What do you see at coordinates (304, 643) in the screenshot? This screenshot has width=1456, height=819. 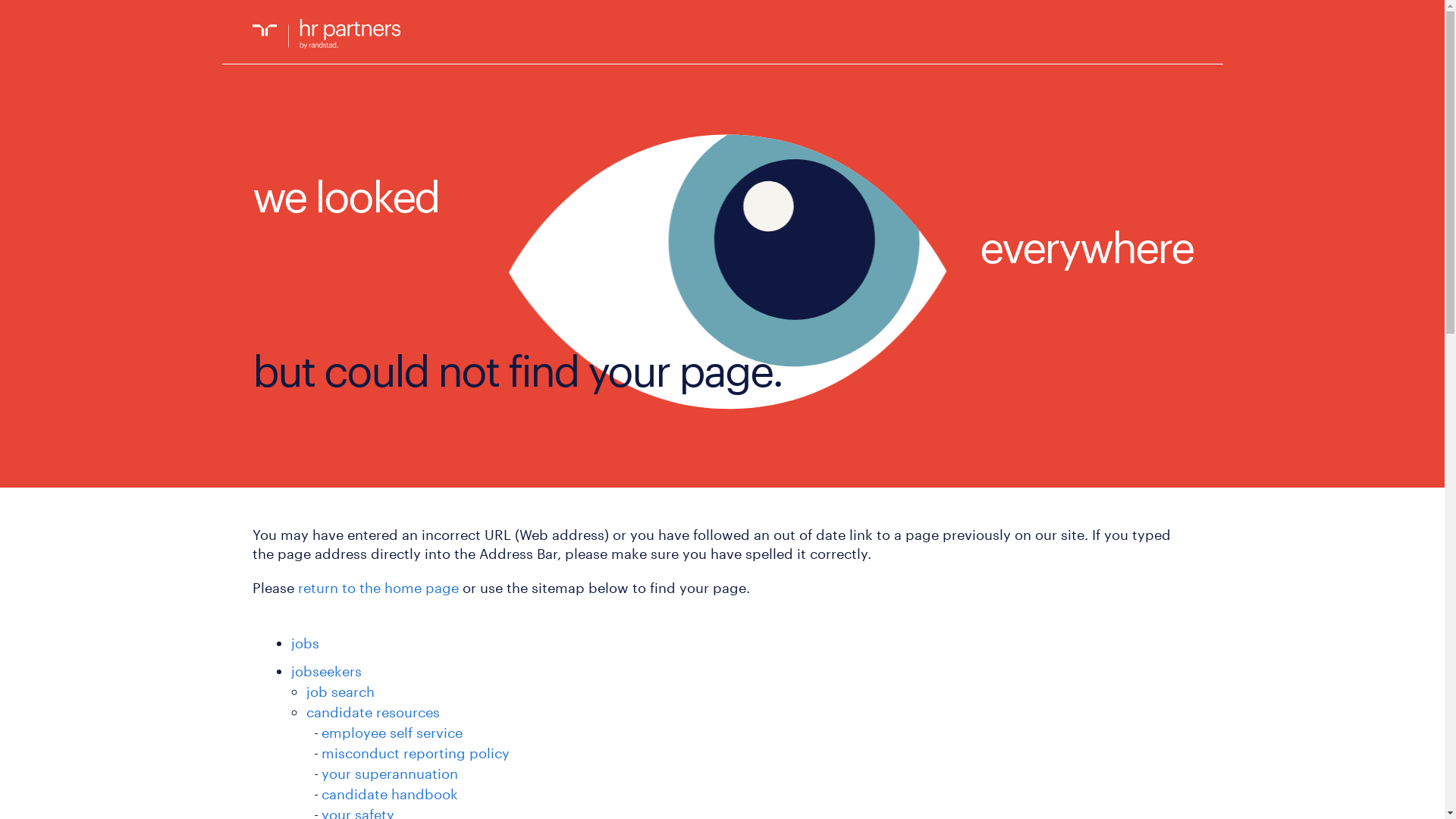 I see `'jobs'` at bounding box center [304, 643].